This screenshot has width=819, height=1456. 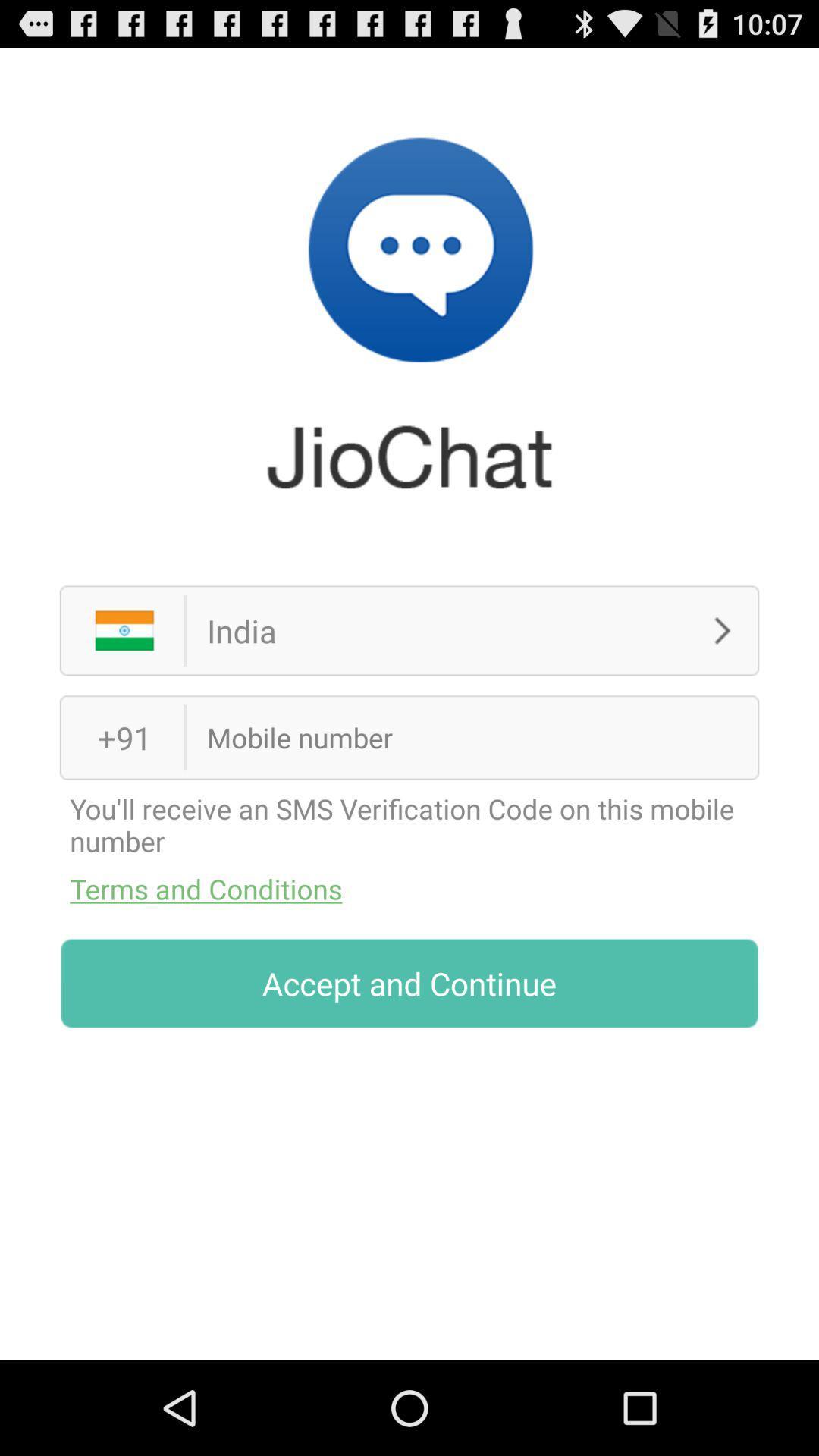 What do you see at coordinates (447, 737) in the screenshot?
I see `phone number` at bounding box center [447, 737].